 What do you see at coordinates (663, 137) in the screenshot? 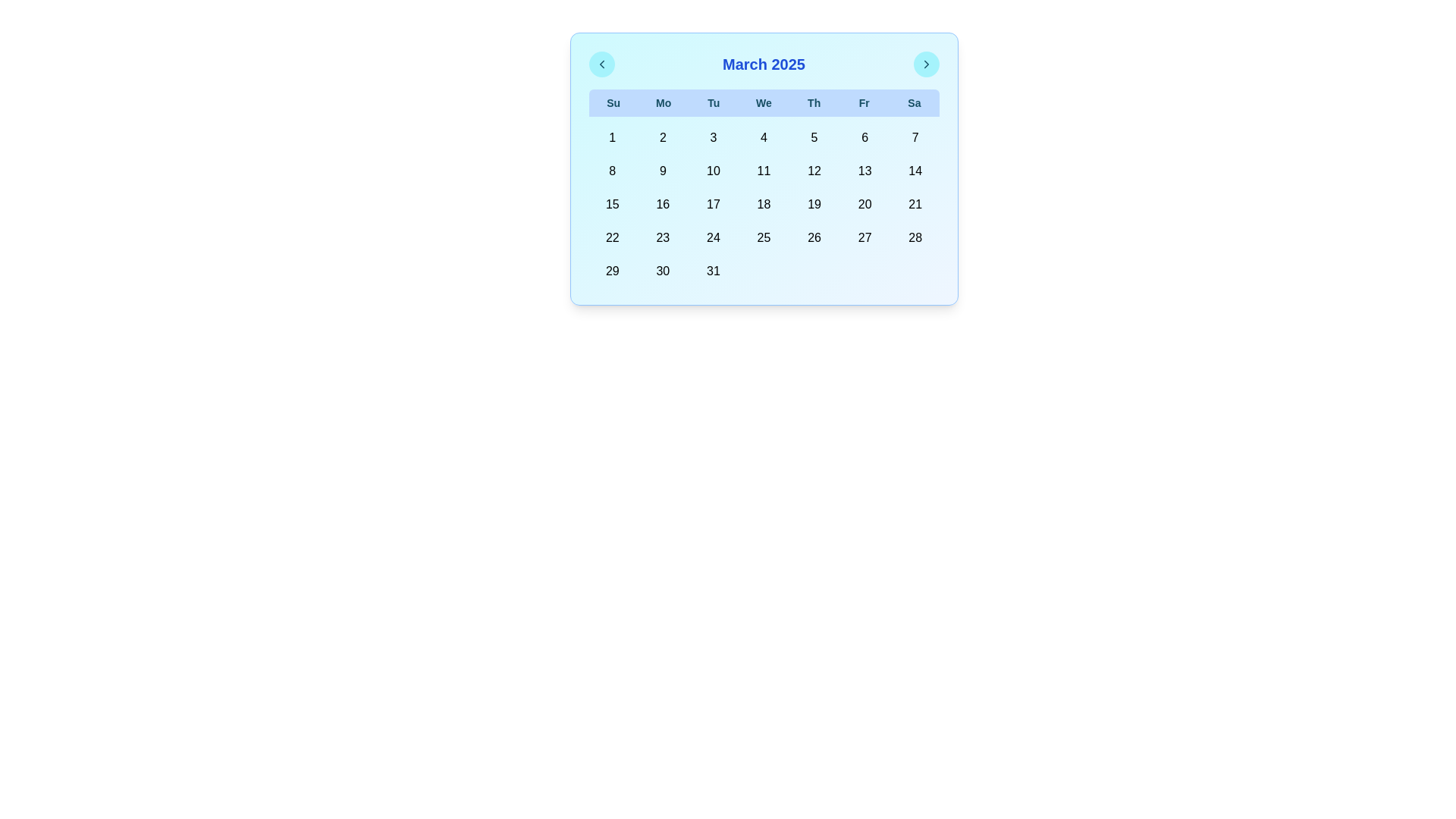
I see `the second day button in the calendar view` at bounding box center [663, 137].